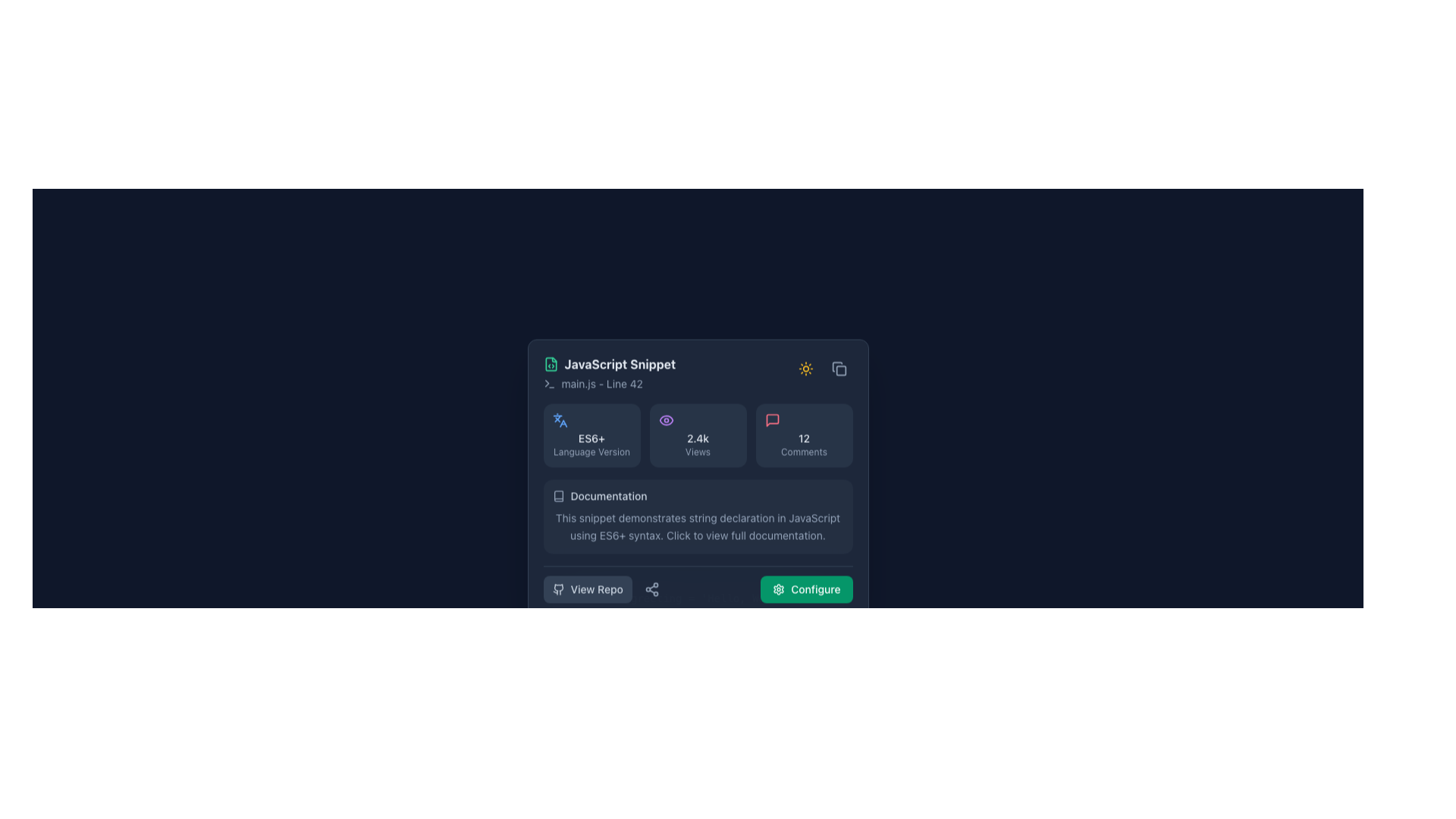  I want to click on the visual cues of the chat bubble SVG icon, which is the first element in a group containing a numeric text '12' and a label 'Comments', located on the right side of the layout, so click(772, 420).